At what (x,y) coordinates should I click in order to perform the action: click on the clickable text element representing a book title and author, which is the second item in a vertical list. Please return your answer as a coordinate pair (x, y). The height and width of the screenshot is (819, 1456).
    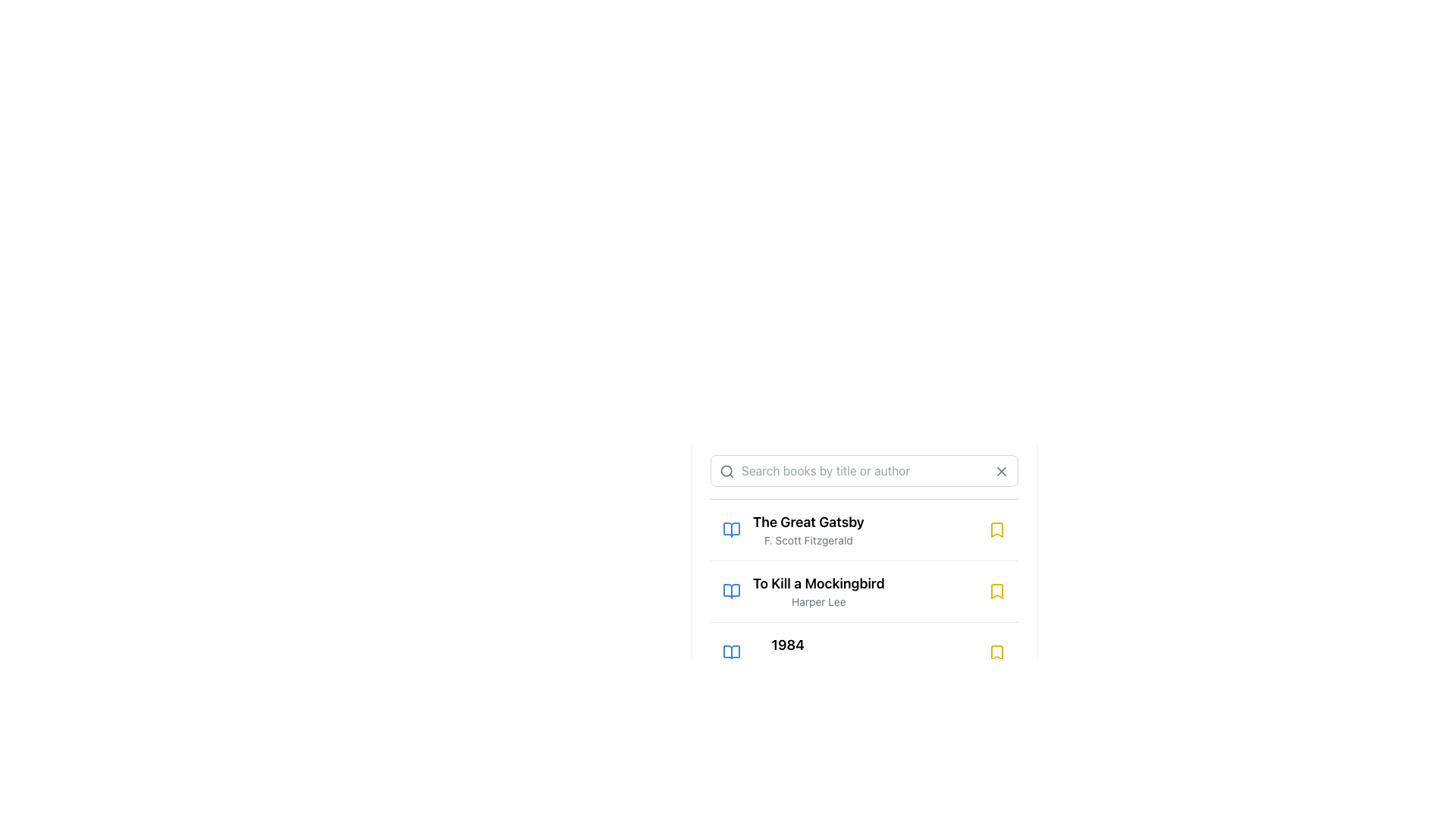
    Looking at the image, I should click on (817, 590).